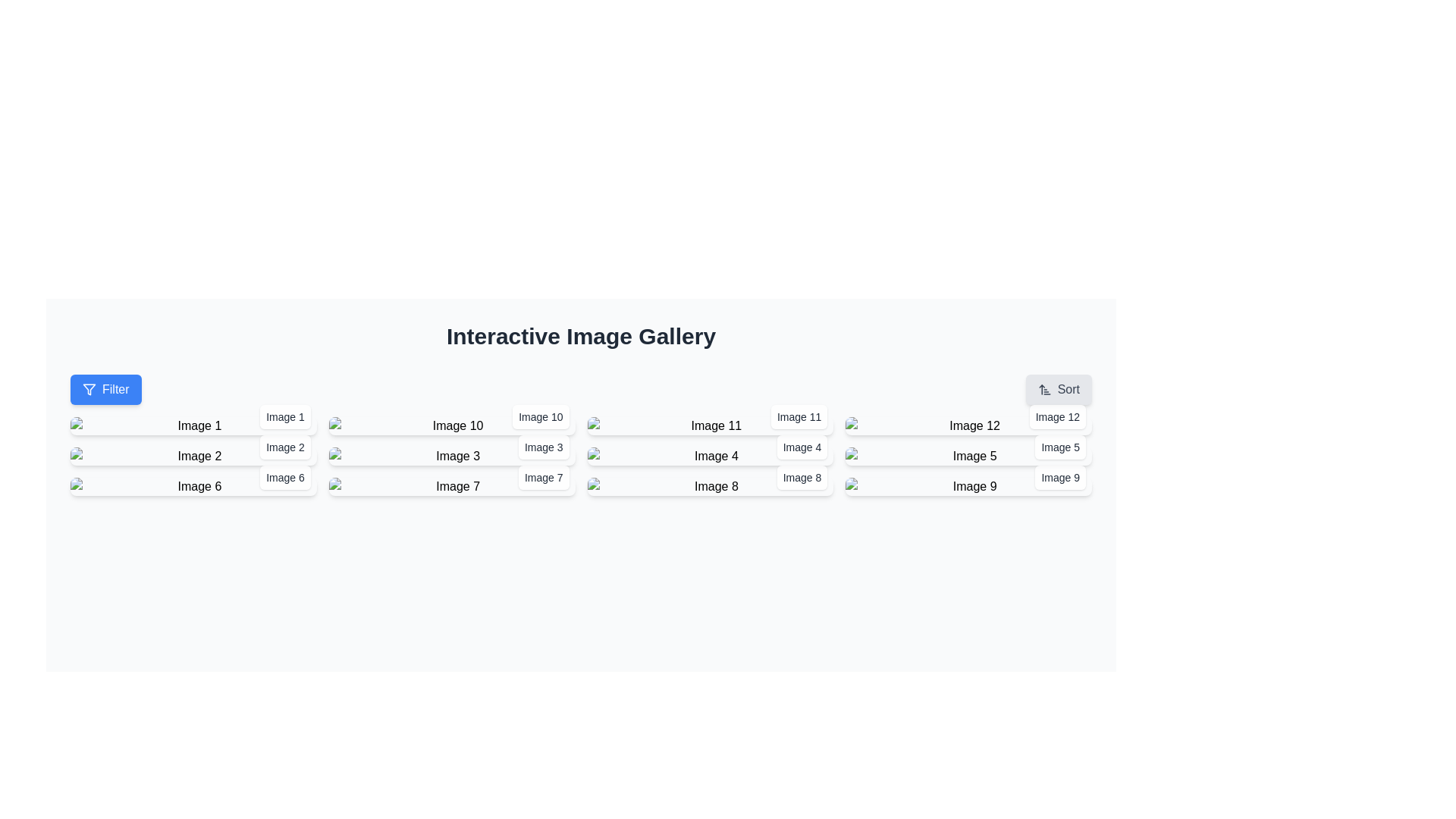 The image size is (1456, 819). What do you see at coordinates (1059, 476) in the screenshot?
I see `text label 'Image 9' located at the bottom-right corner of the ninth image in the interactive image gallery` at bounding box center [1059, 476].